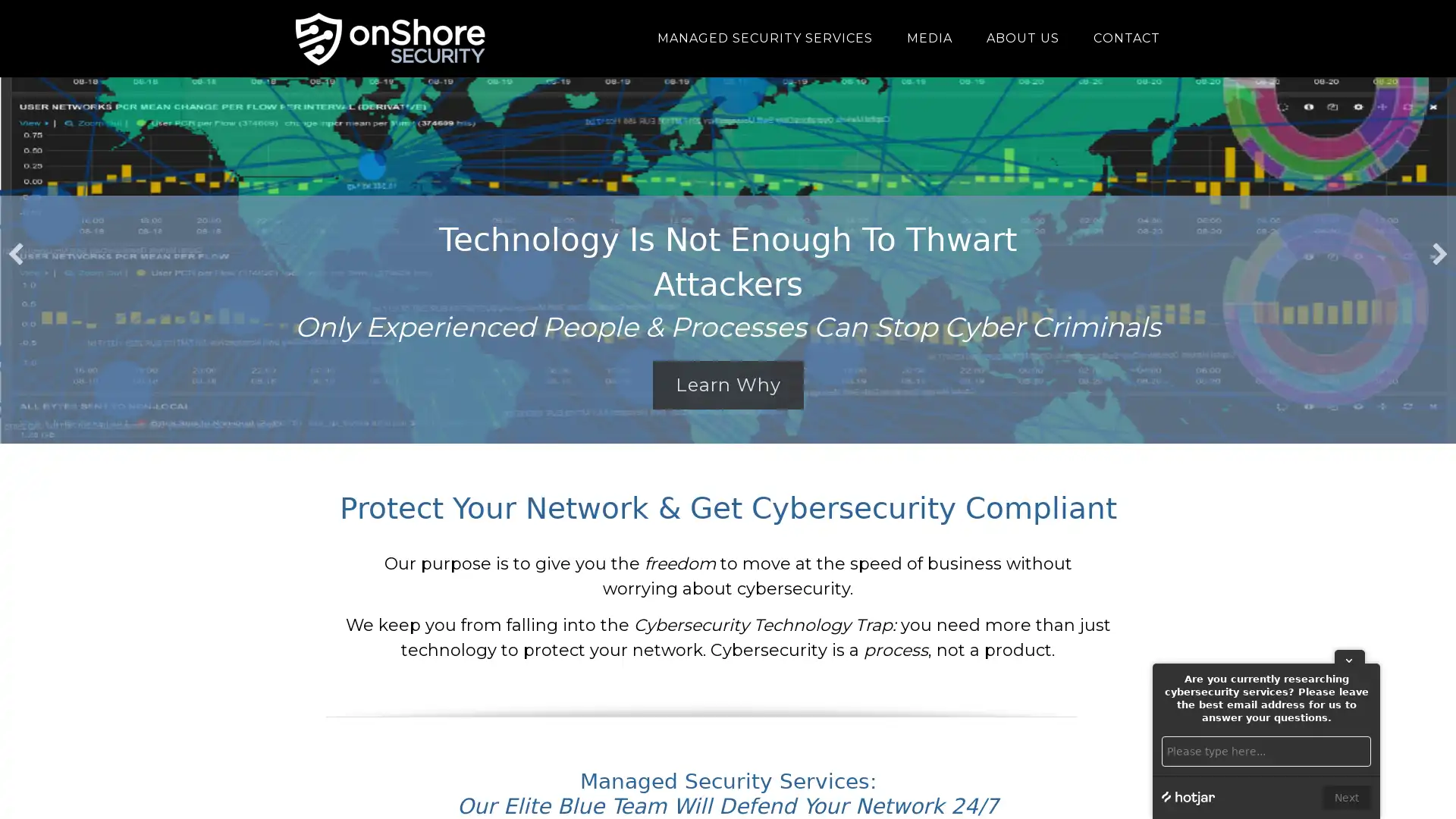 The height and width of the screenshot is (819, 1456). What do you see at coordinates (1347, 797) in the screenshot?
I see `Next` at bounding box center [1347, 797].